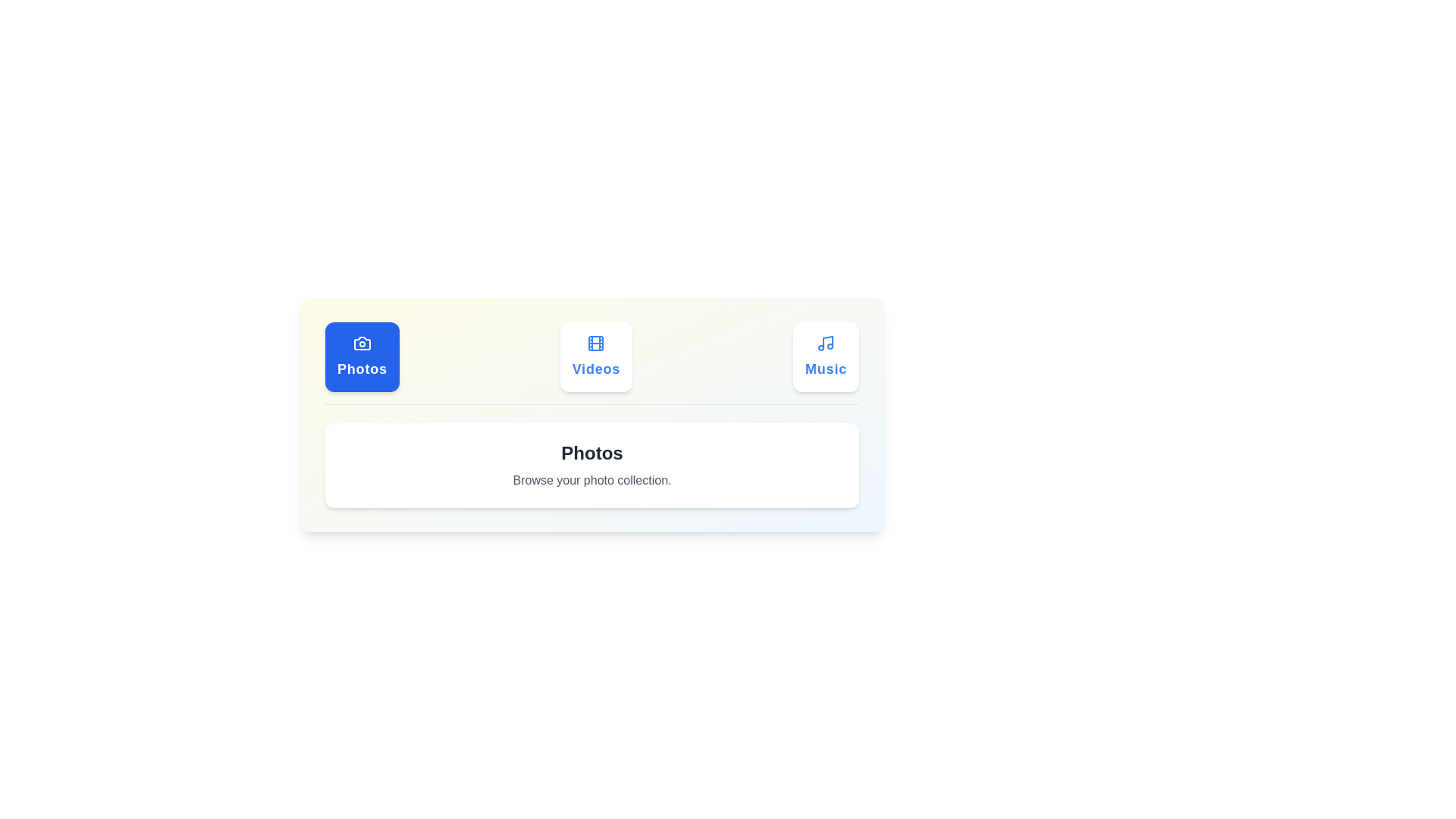  Describe the element at coordinates (595, 356) in the screenshot. I see `the Videos tab from the media browser` at that location.